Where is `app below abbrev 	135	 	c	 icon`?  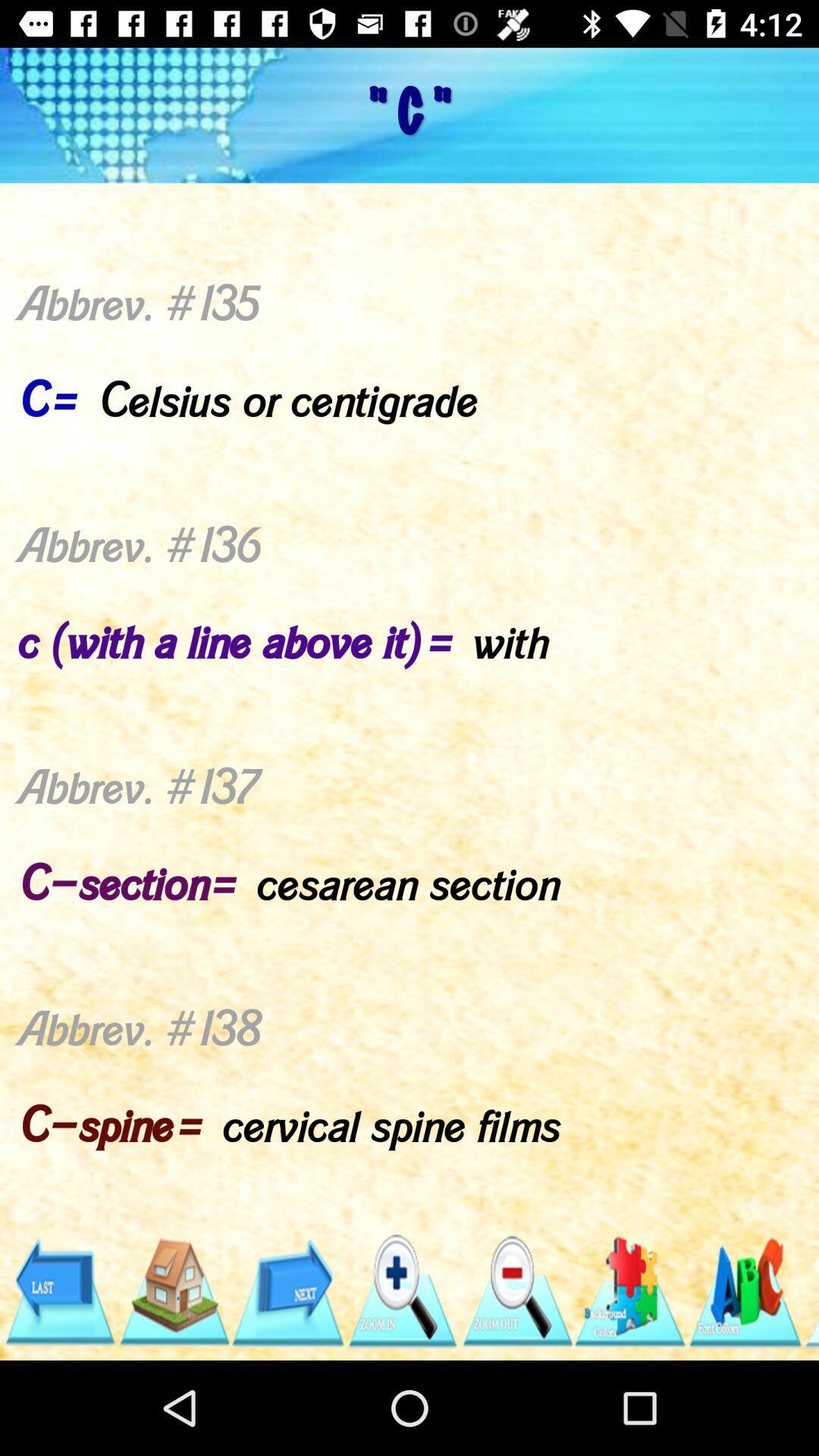
app below abbrev 	135	 	c	 icon is located at coordinates (401, 1291).